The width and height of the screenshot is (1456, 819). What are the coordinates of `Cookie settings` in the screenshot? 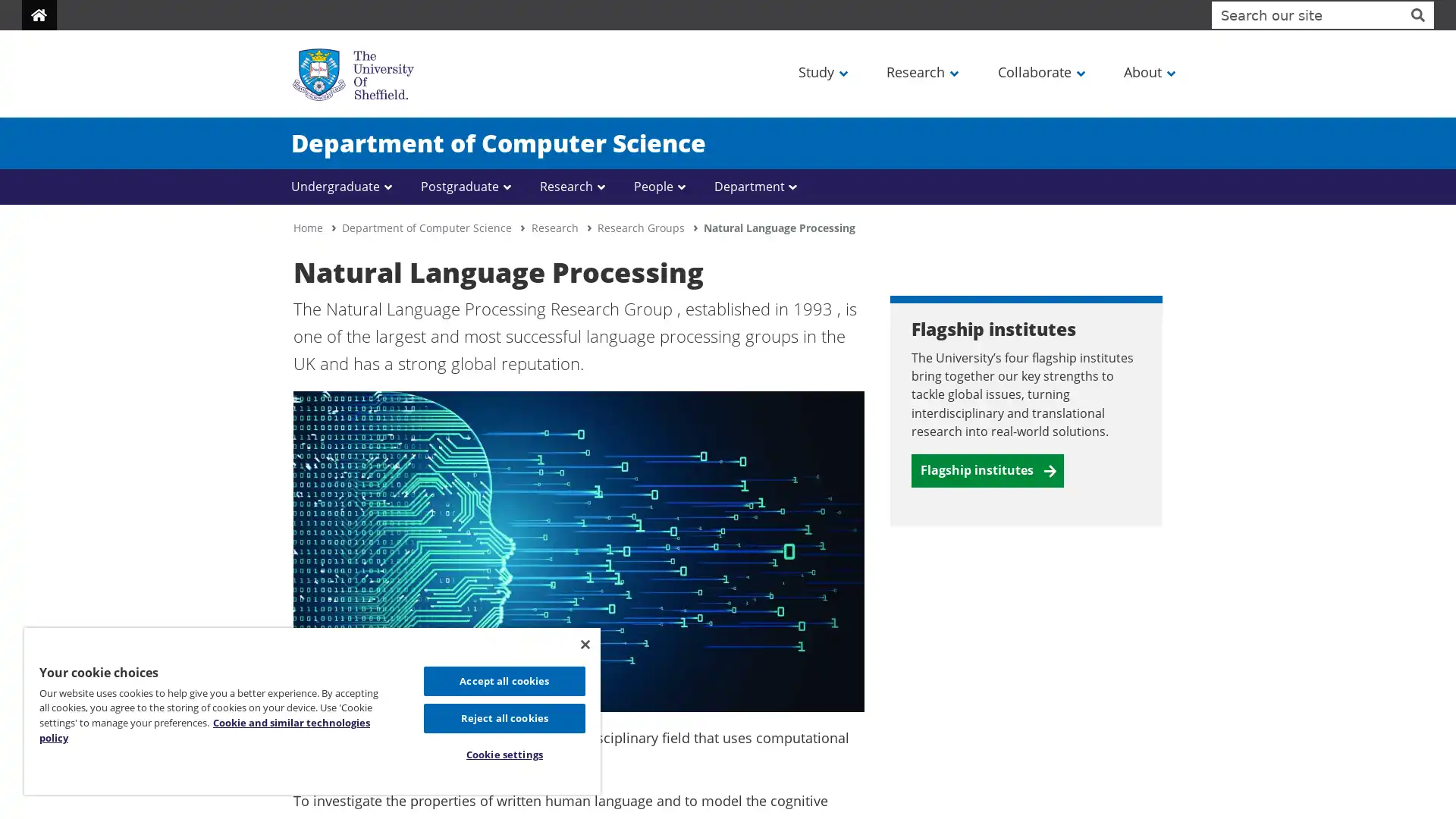 It's located at (504, 755).